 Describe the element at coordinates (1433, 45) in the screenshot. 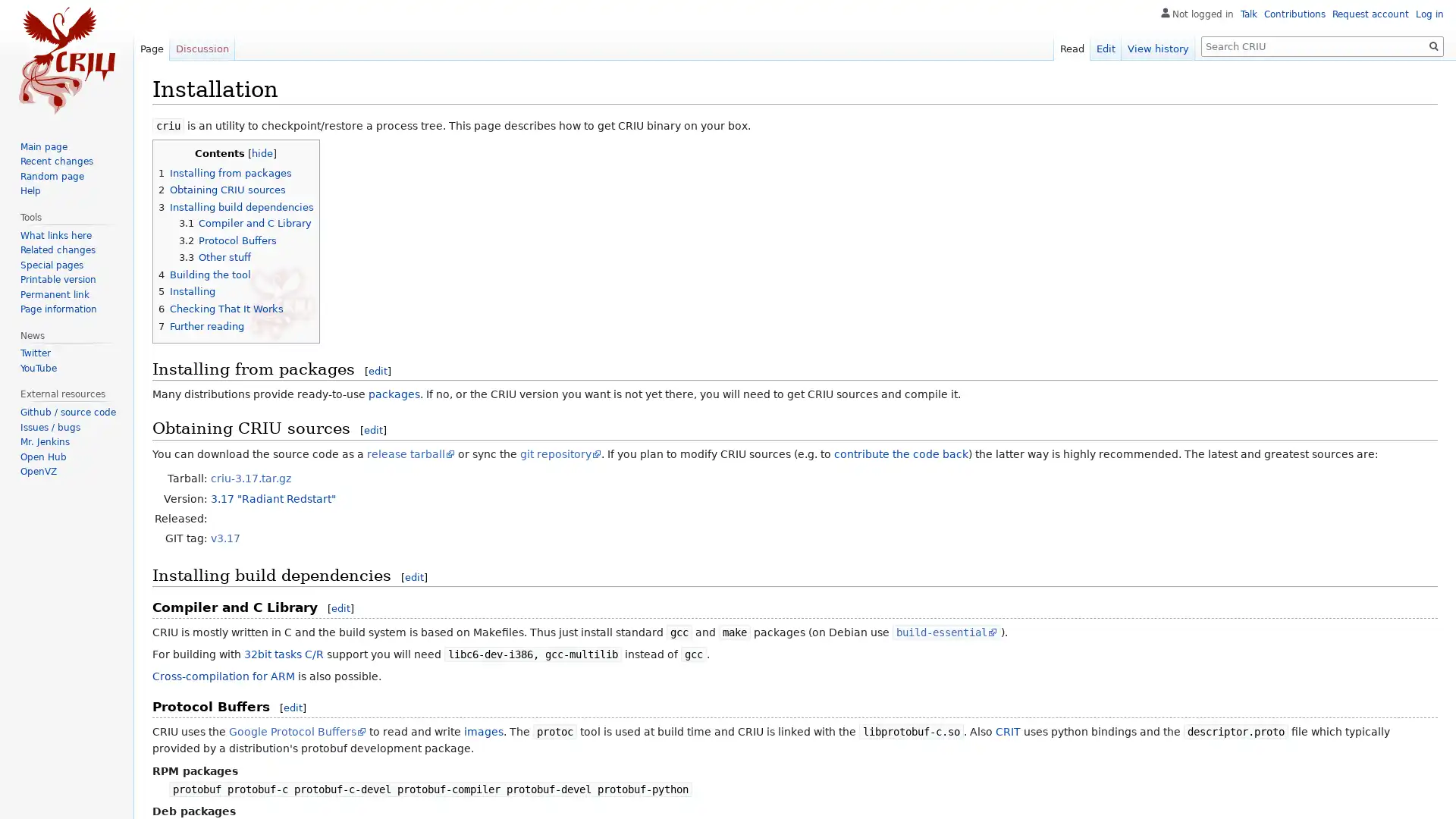

I see `Go` at that location.